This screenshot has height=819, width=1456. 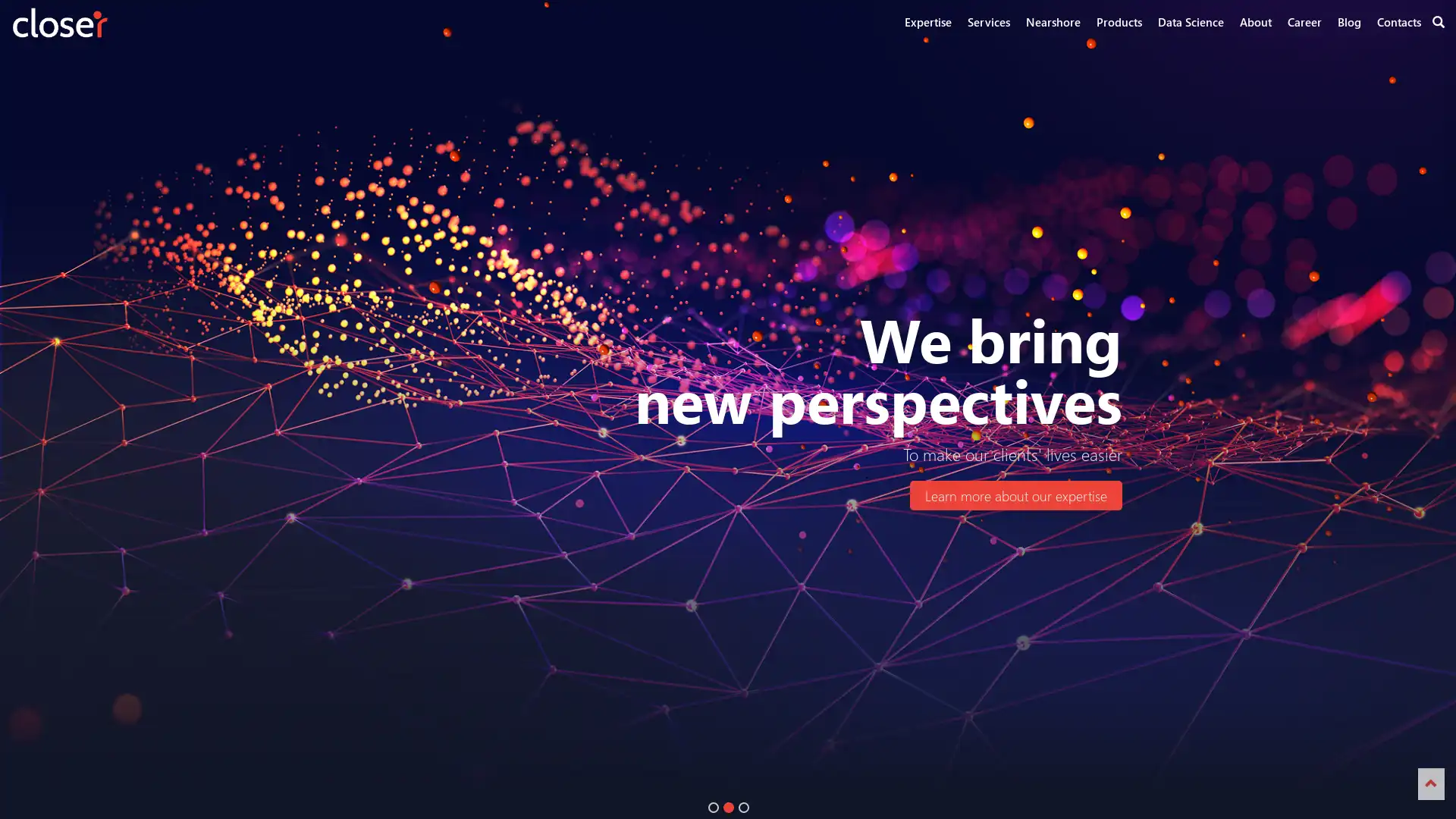 What do you see at coordinates (712, 806) in the screenshot?
I see `1` at bounding box center [712, 806].